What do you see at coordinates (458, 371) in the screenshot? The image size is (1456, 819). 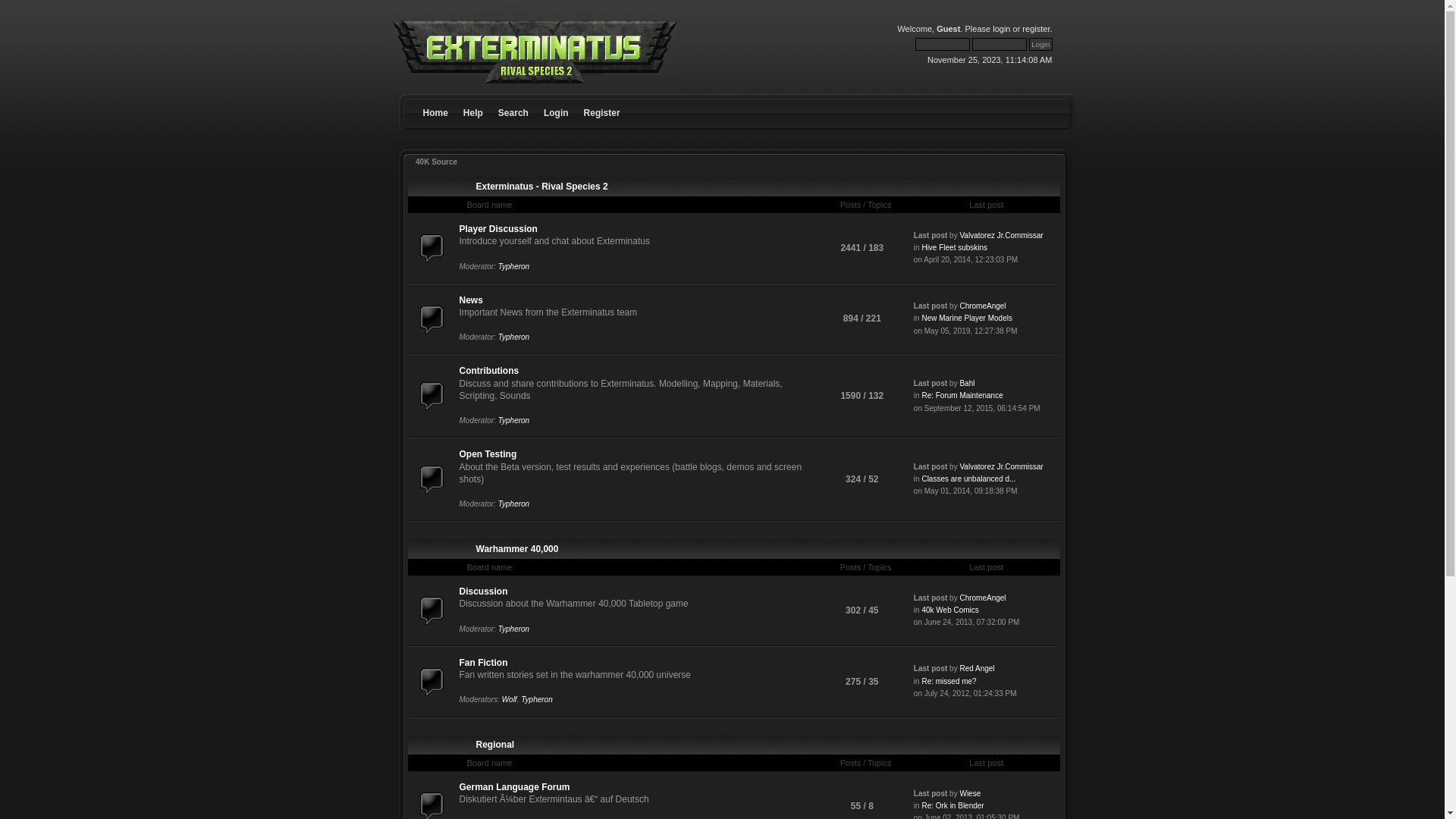 I see `'Contributions'` at bounding box center [458, 371].